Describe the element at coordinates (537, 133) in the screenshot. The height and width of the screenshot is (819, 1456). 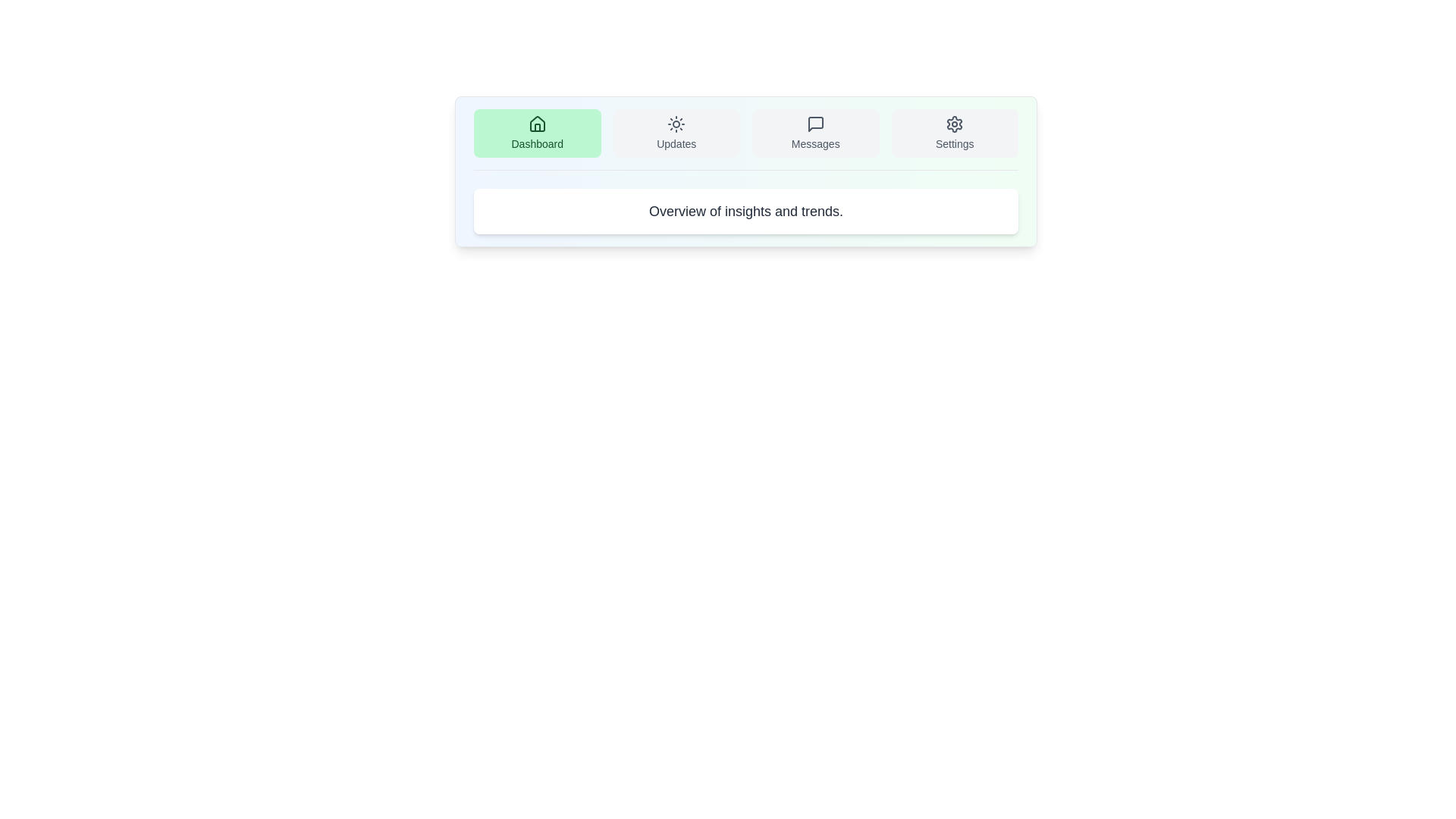
I see `the tab labeled Dashboard to observe the hover effect` at that location.